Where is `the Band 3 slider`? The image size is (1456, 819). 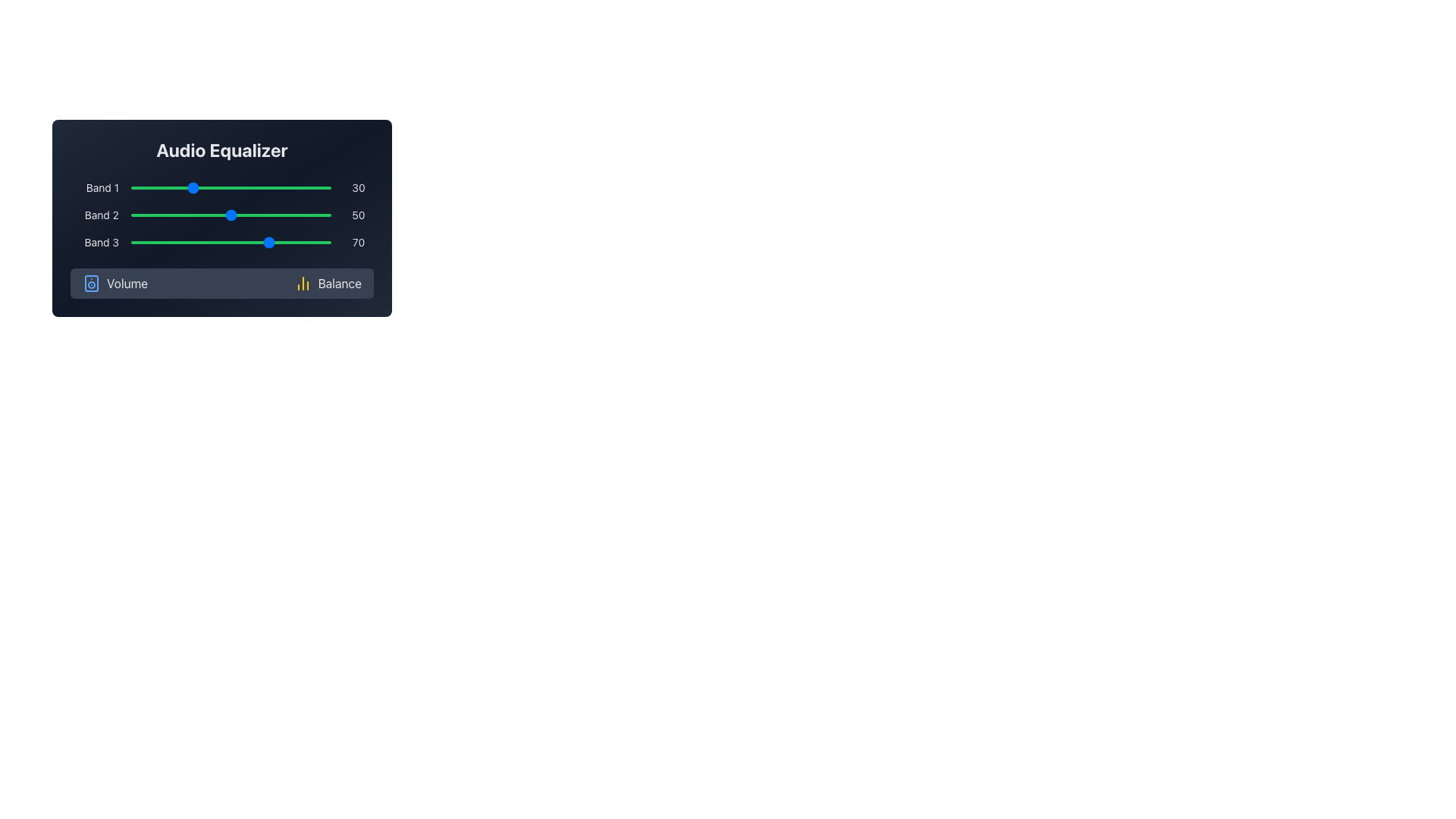 the Band 3 slider is located at coordinates (231, 242).